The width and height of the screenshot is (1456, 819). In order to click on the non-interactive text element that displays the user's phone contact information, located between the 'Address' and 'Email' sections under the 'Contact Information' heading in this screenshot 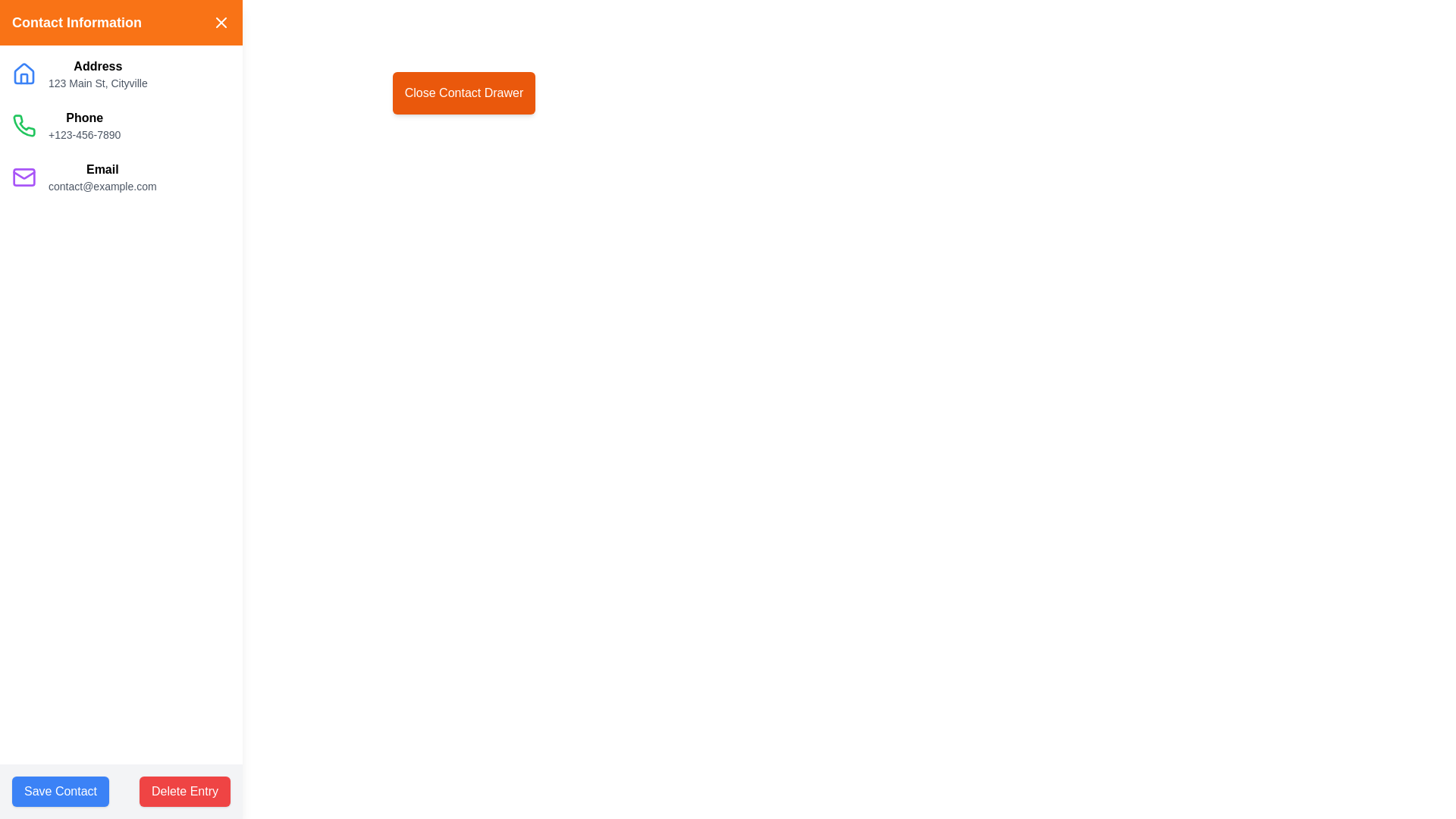, I will do `click(83, 124)`.